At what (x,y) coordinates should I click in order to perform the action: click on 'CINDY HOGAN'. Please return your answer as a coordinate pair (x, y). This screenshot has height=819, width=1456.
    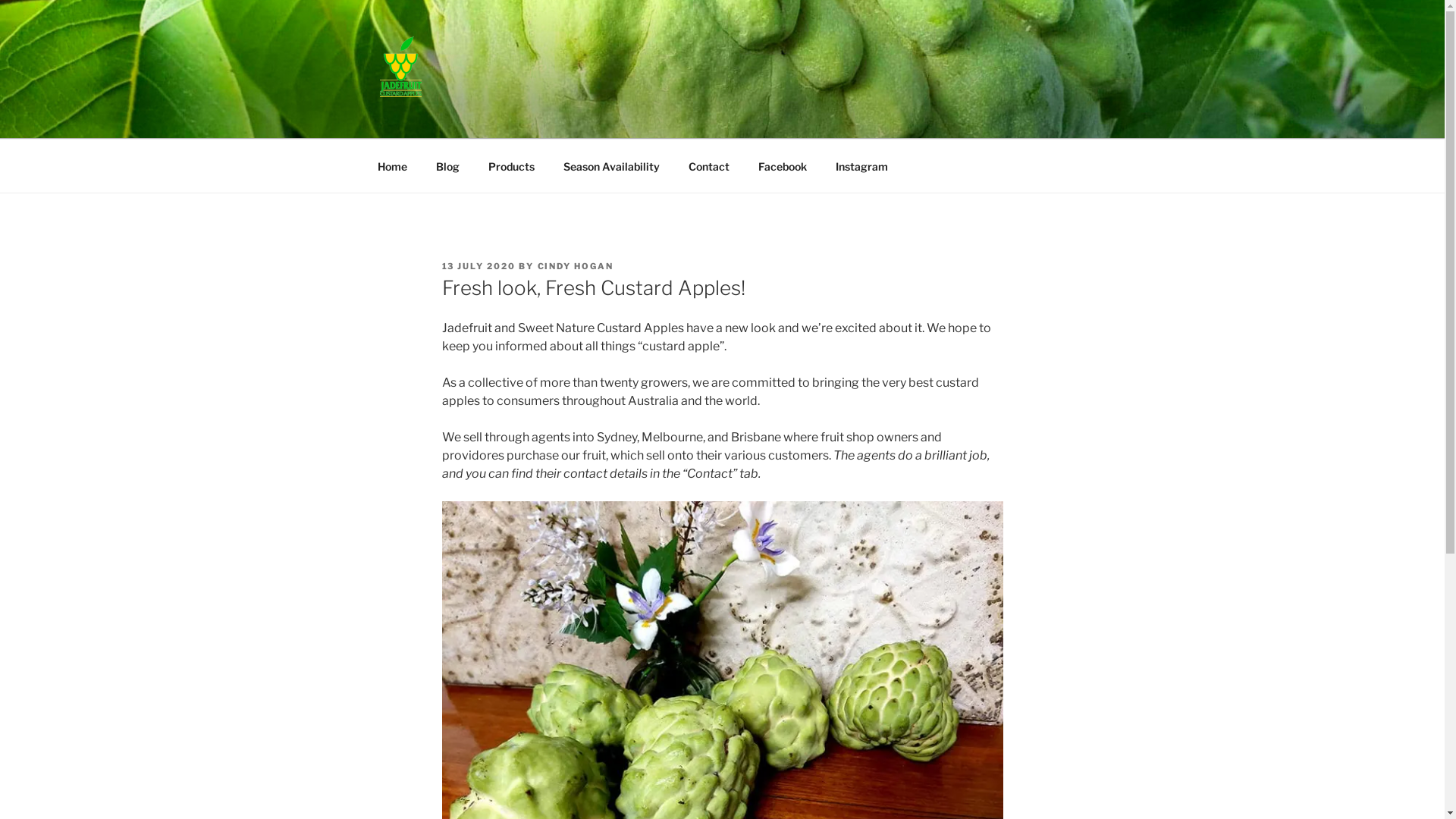
    Looking at the image, I should click on (574, 265).